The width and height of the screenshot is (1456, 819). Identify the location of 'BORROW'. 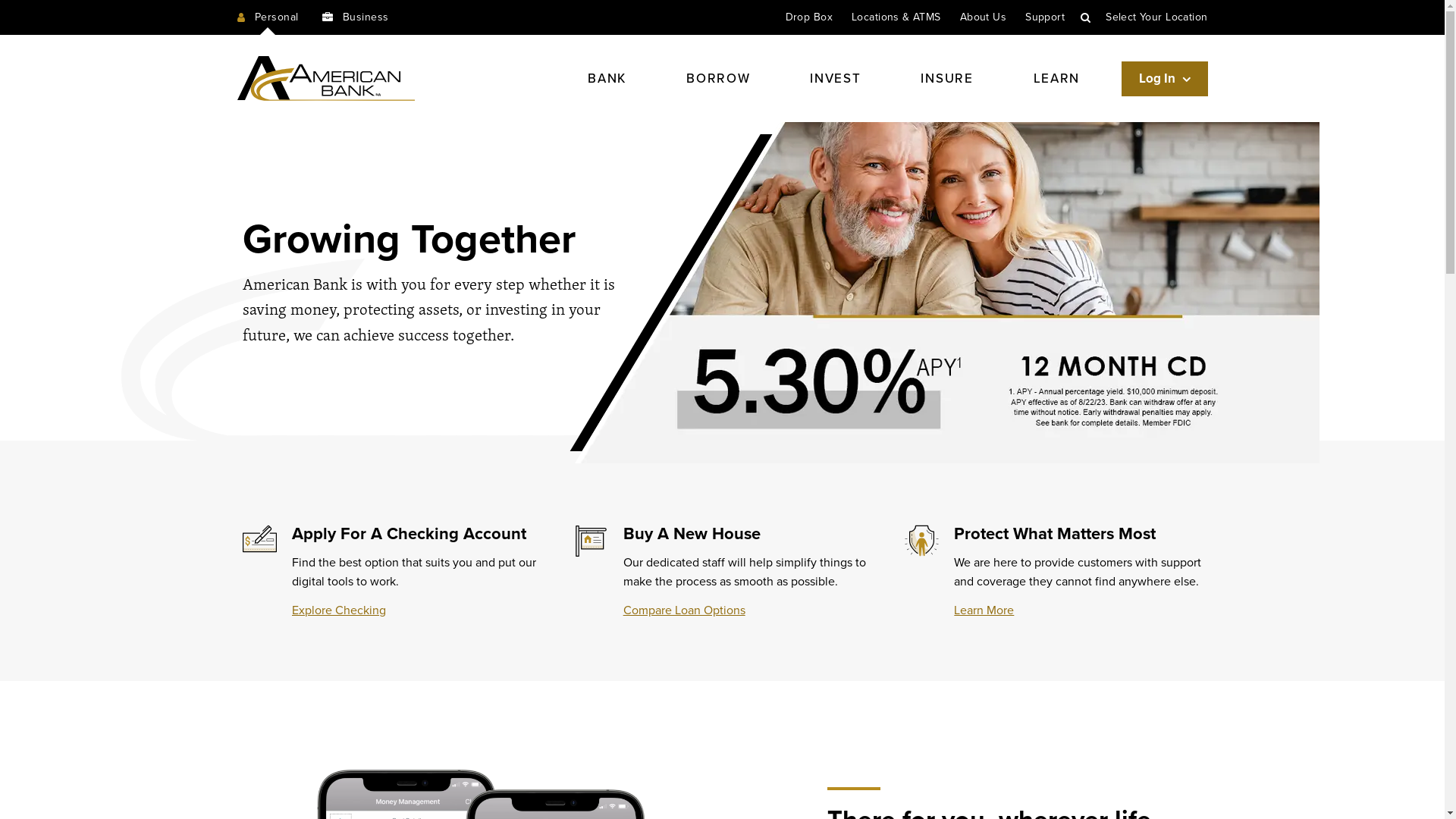
(673, 78).